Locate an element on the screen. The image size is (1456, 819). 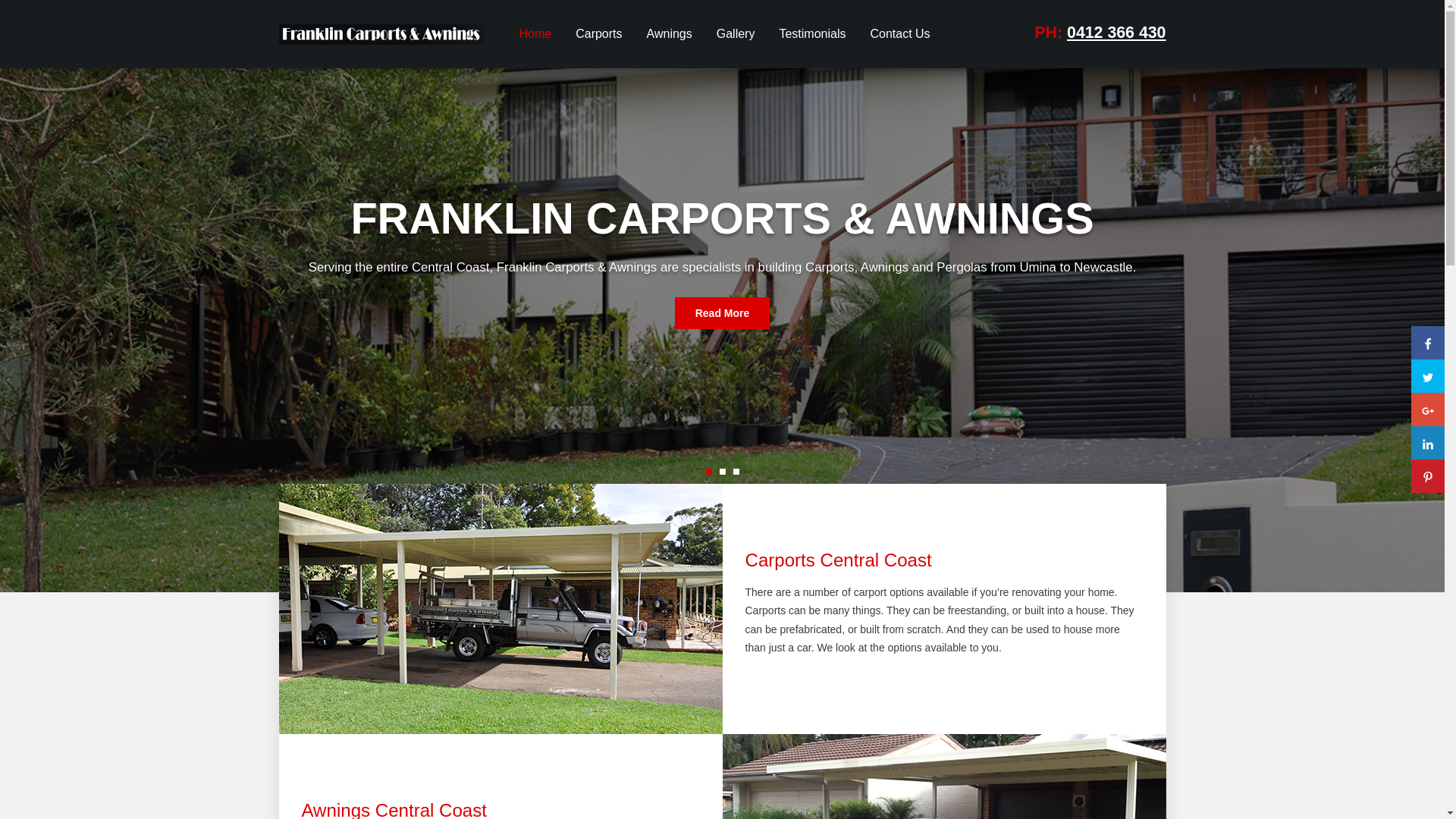
'Home' is located at coordinates (535, 34).